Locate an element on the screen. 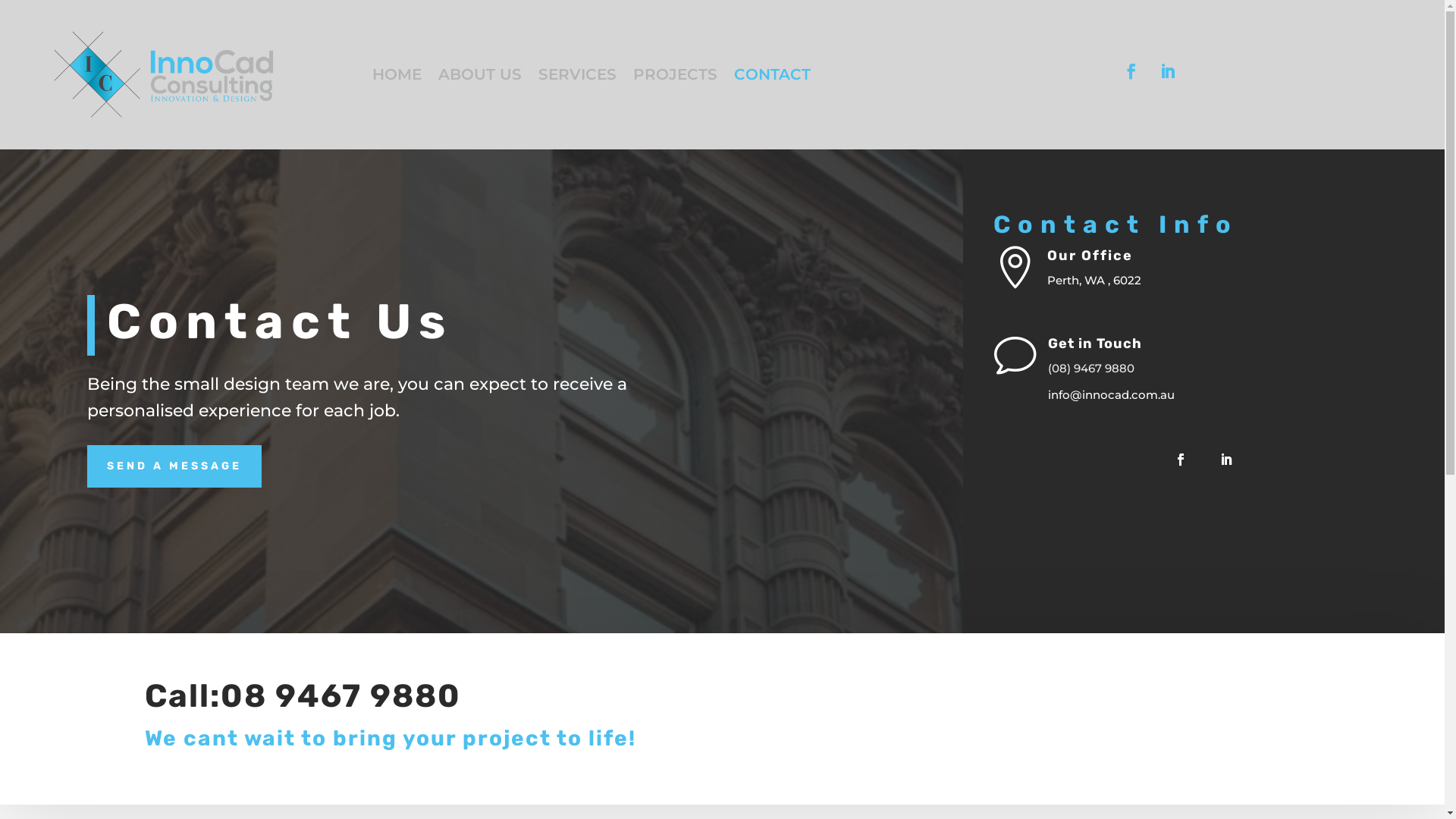 The height and width of the screenshot is (819, 1456). 'ABOUT US' is located at coordinates (479, 77).